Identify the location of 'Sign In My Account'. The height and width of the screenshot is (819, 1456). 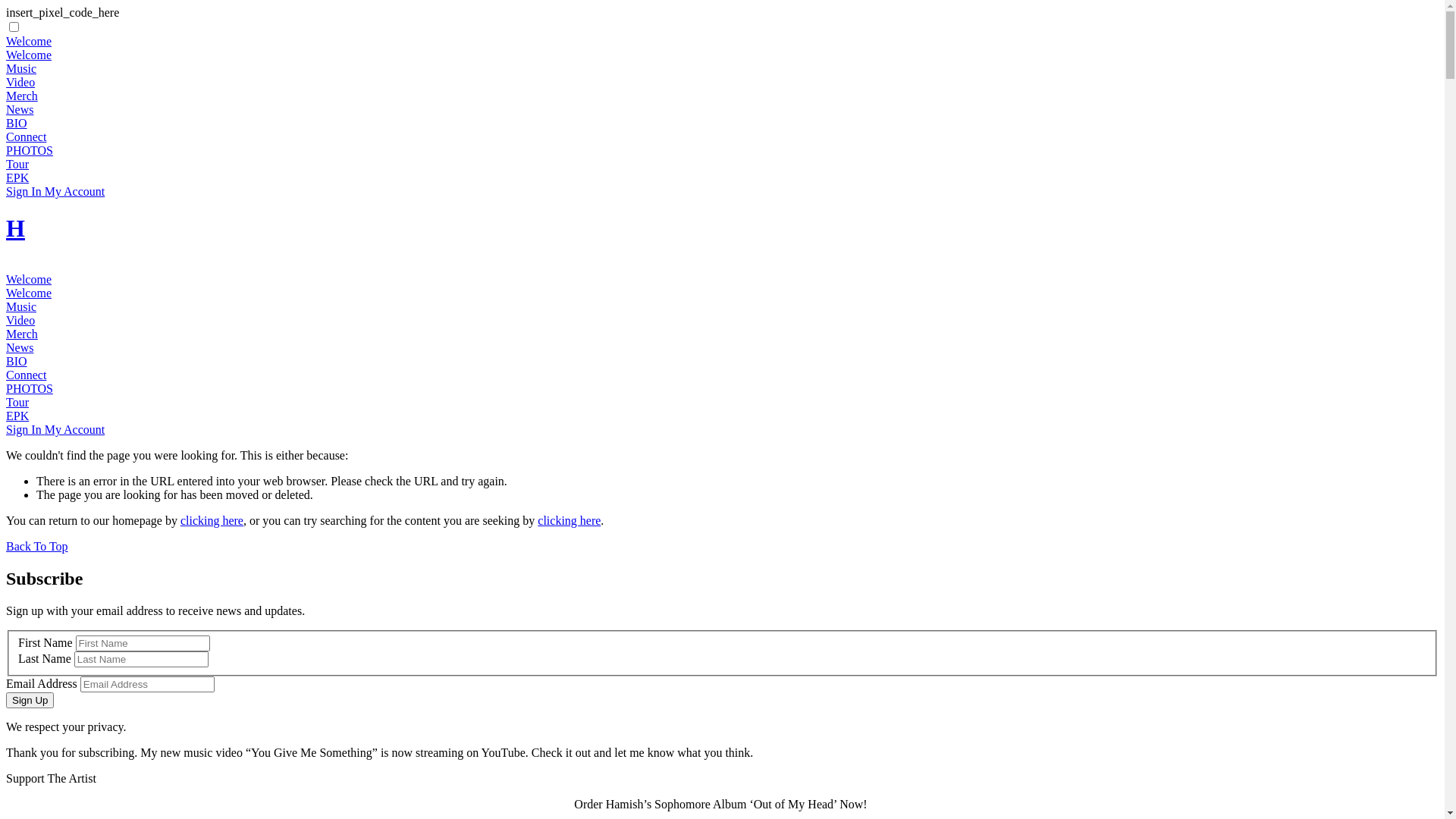
(55, 190).